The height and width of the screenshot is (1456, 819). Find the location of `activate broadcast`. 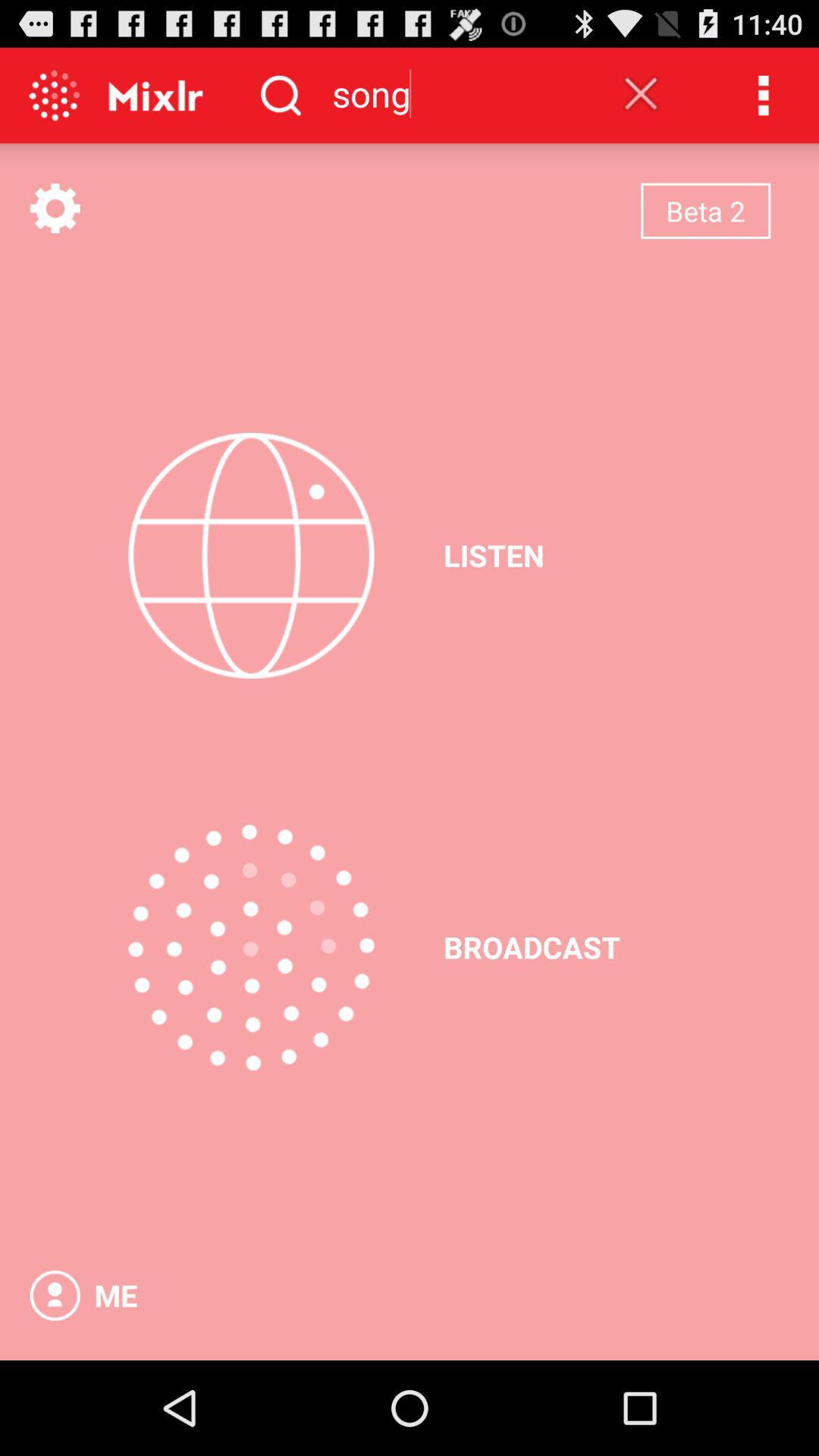

activate broadcast is located at coordinates (250, 946).